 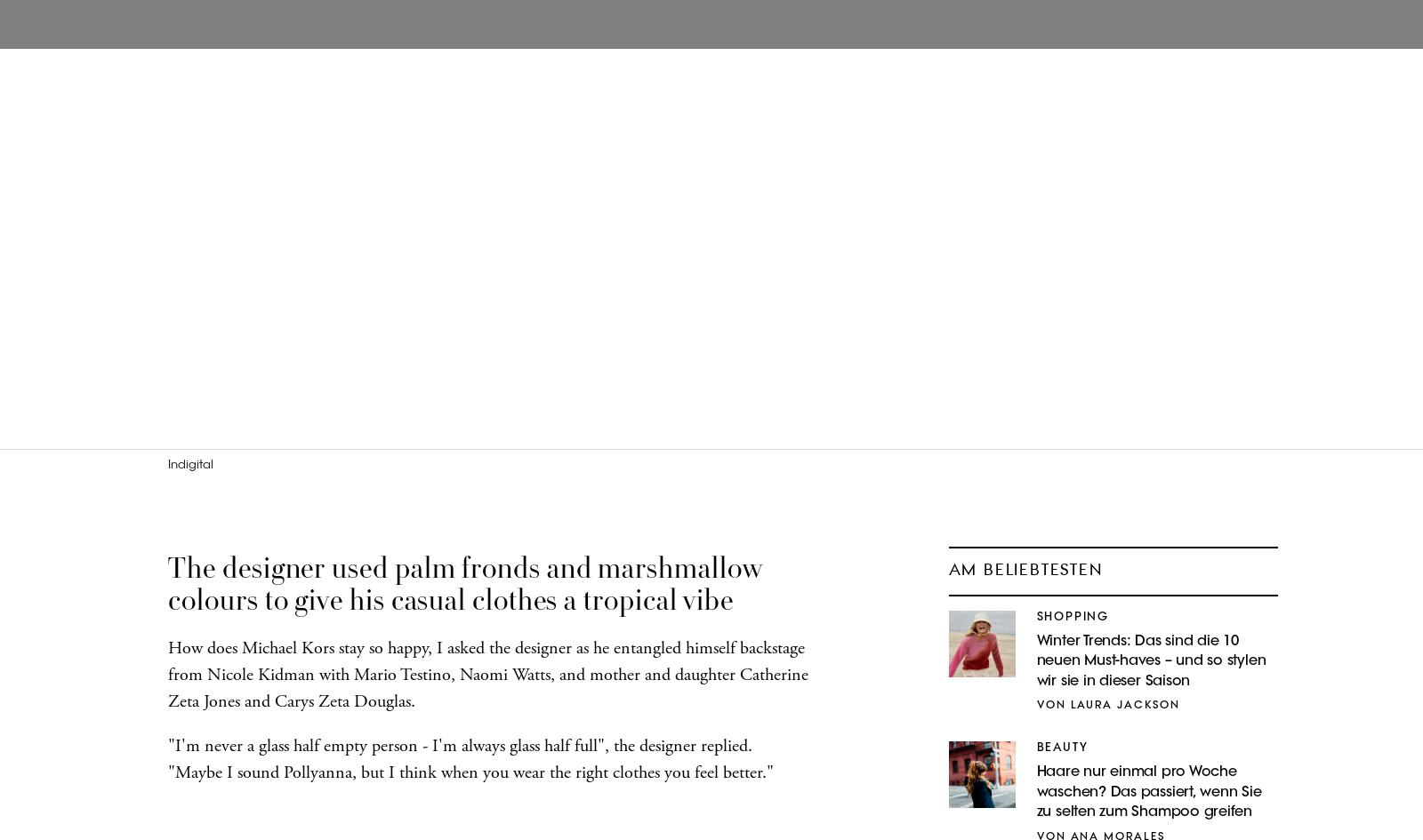 What do you see at coordinates (1035, 660) in the screenshot?
I see `'Winter Trends: Das sind die 10 neuen Must-haves – und so stylen wir sie in dieser Saison'` at bounding box center [1035, 660].